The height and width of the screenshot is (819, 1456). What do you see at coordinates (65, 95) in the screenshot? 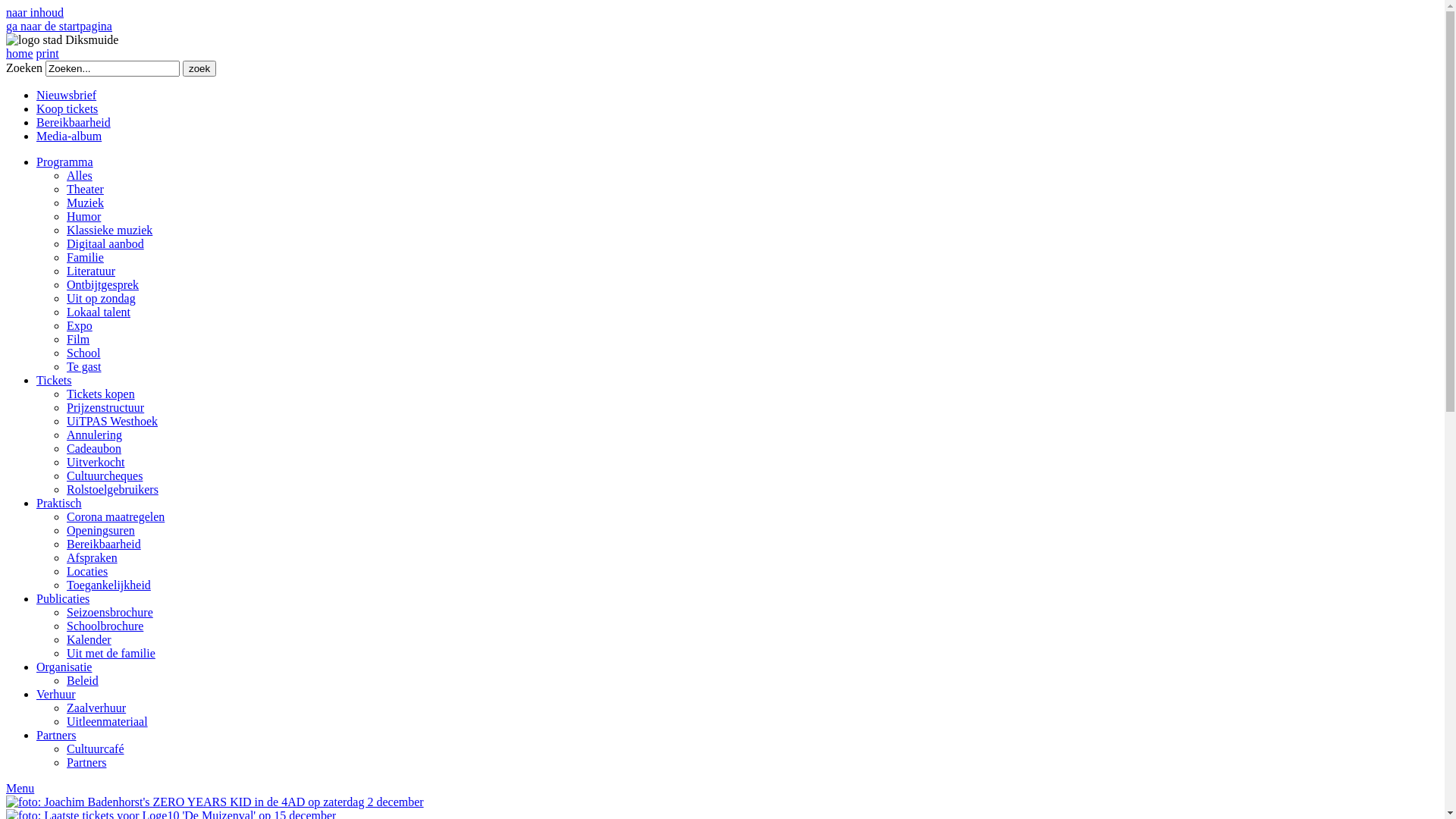
I see `'Nieuwsbrief'` at bounding box center [65, 95].